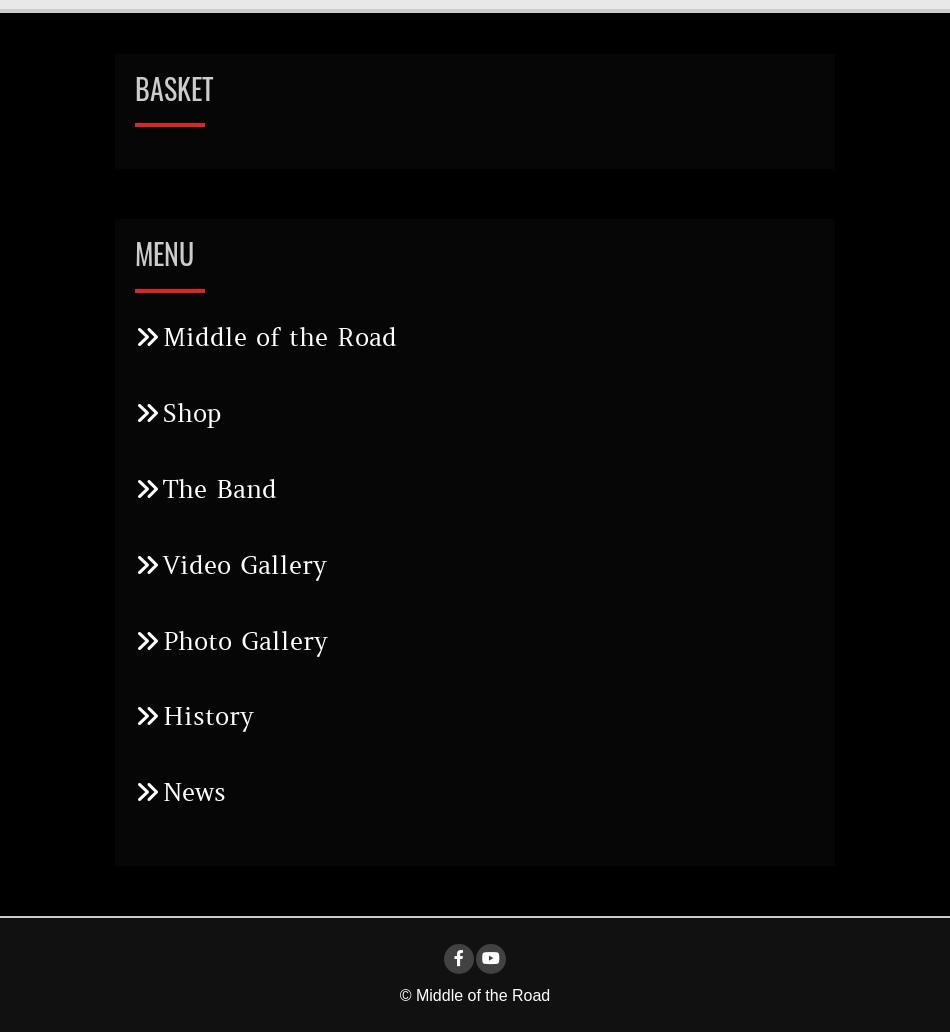  Describe the element at coordinates (164, 252) in the screenshot. I see `'Menu'` at that location.